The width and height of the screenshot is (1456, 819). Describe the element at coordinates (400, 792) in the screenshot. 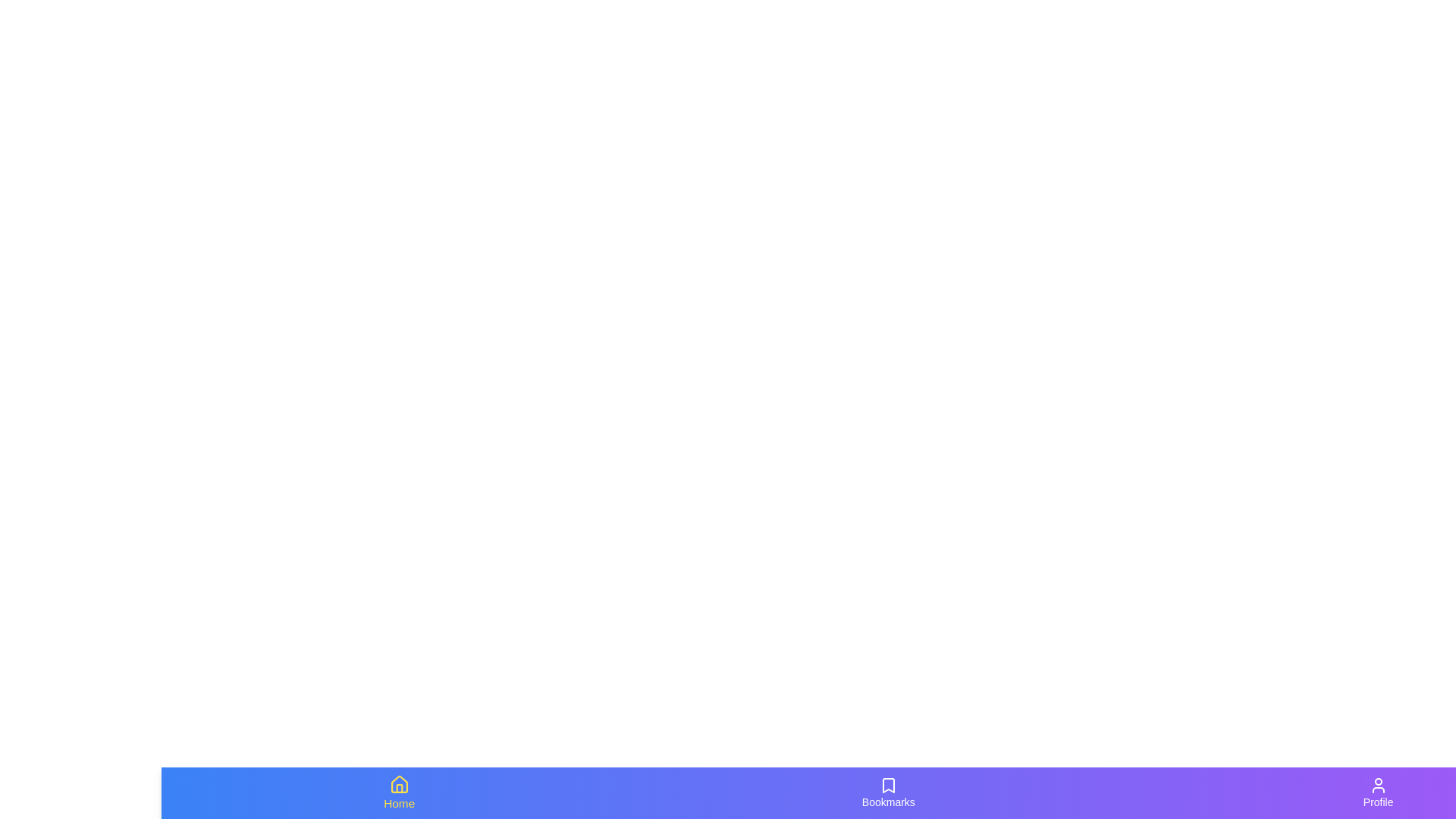

I see `the Home tab in the bottom navigation bar to navigate to the corresponding section` at that location.